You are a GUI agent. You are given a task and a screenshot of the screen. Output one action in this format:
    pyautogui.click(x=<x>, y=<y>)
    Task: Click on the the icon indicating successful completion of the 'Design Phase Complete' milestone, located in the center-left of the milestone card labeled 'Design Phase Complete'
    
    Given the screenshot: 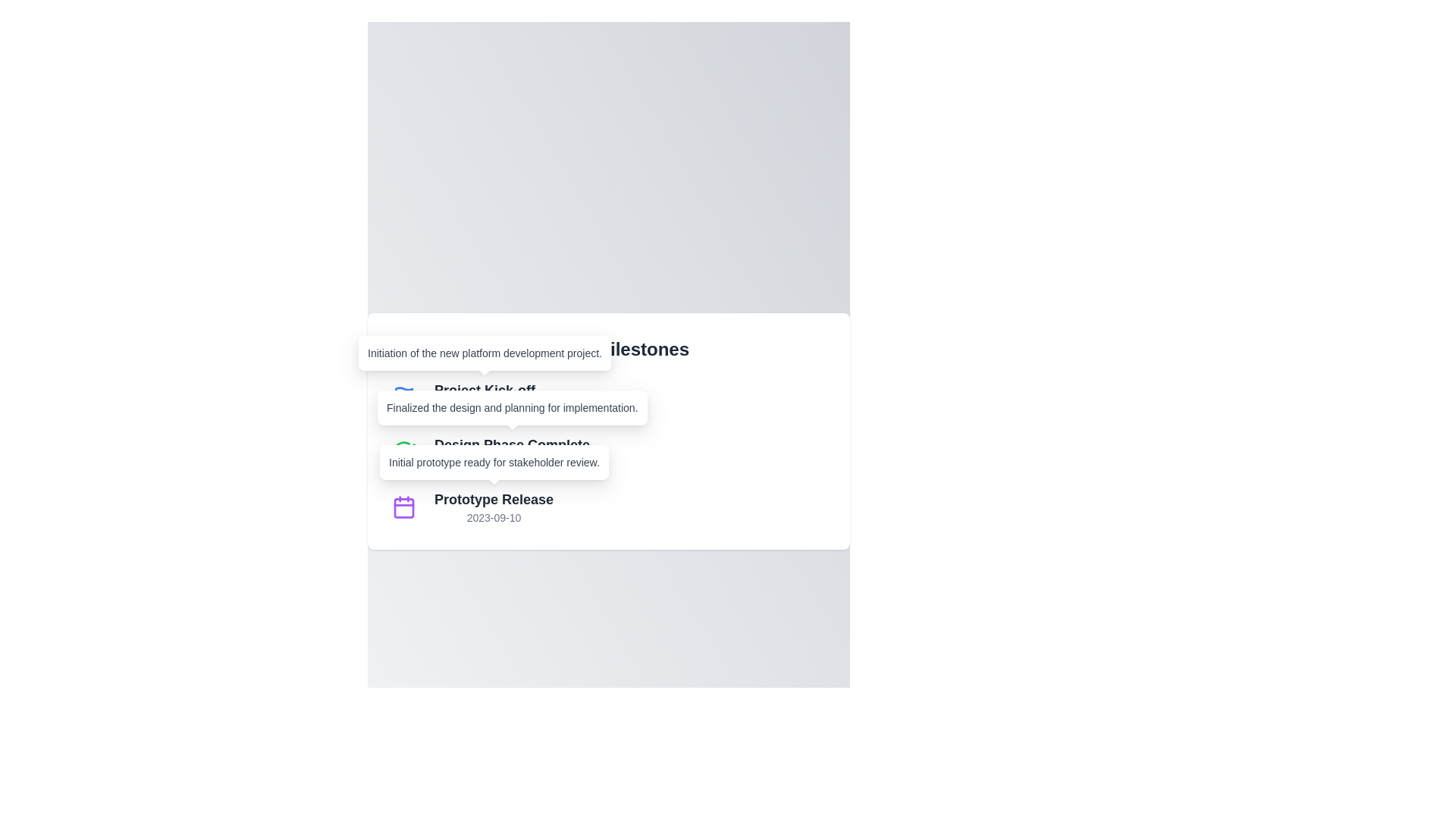 What is the action you would take?
    pyautogui.click(x=403, y=452)
    